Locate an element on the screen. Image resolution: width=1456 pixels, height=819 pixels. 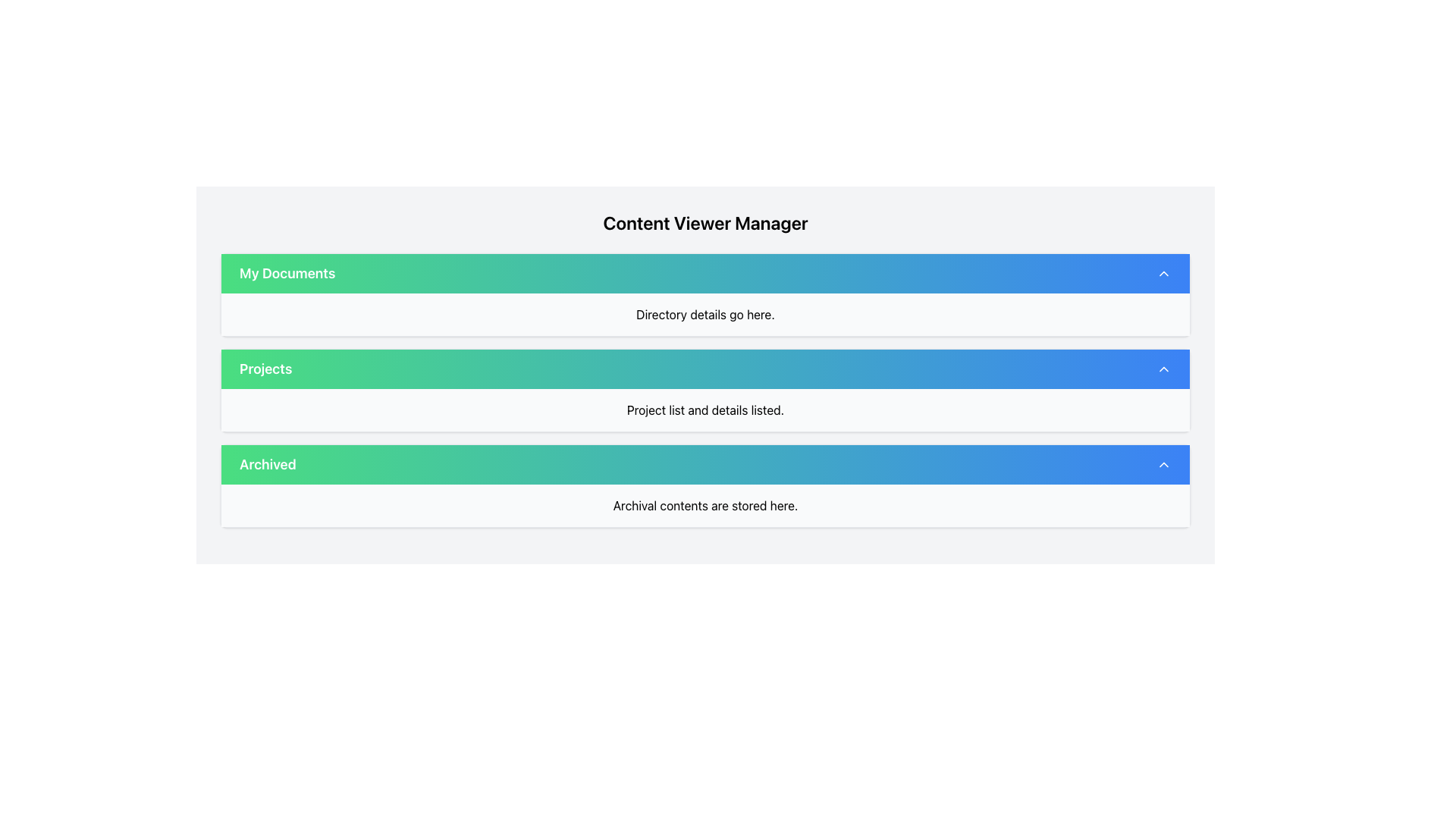
text within the Text Display Area that contains 'Directory details go here.' located beneath the header 'My Documents' is located at coordinates (704, 314).